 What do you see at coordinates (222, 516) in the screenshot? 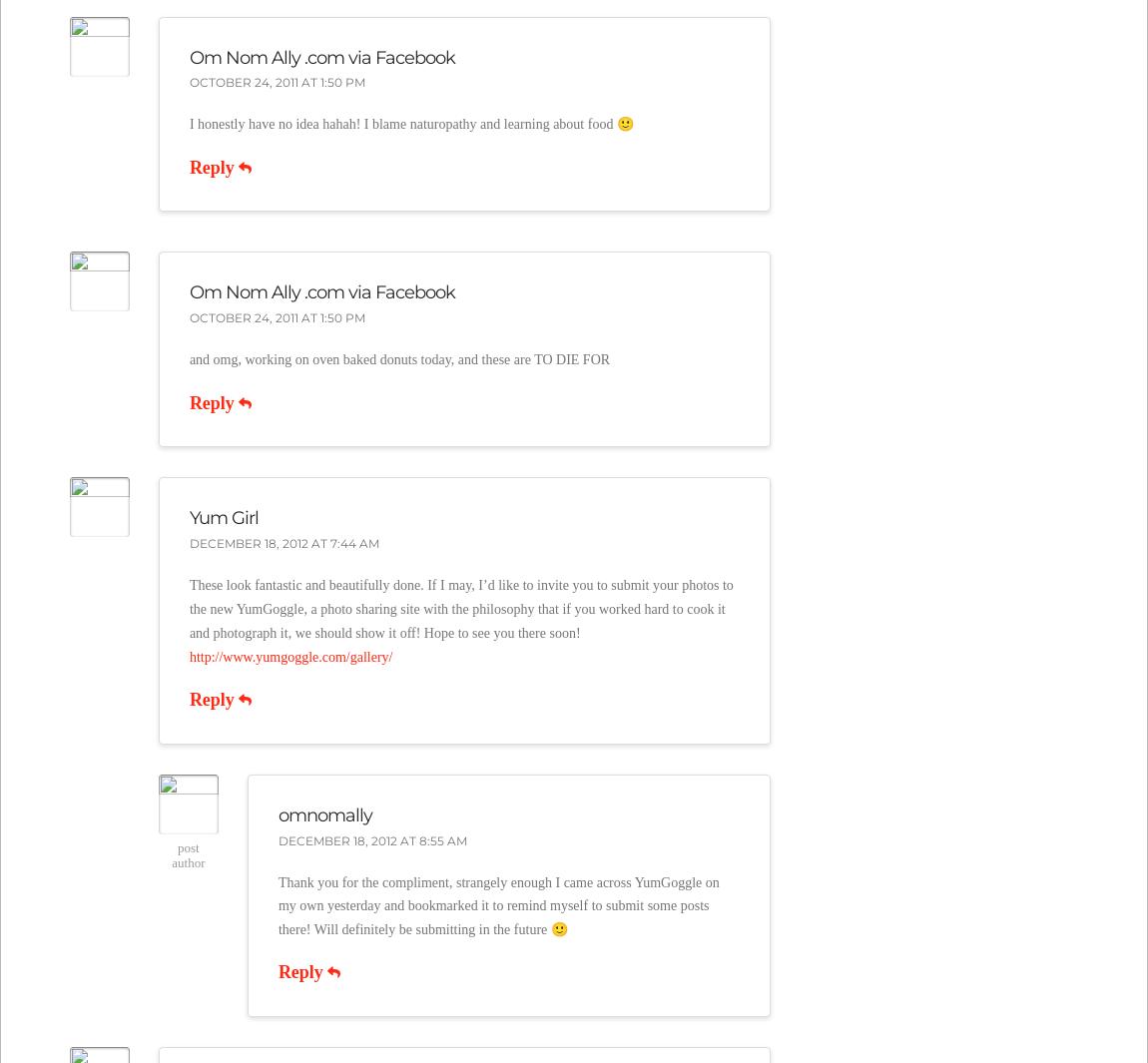
I see `'Yum Girl'` at bounding box center [222, 516].